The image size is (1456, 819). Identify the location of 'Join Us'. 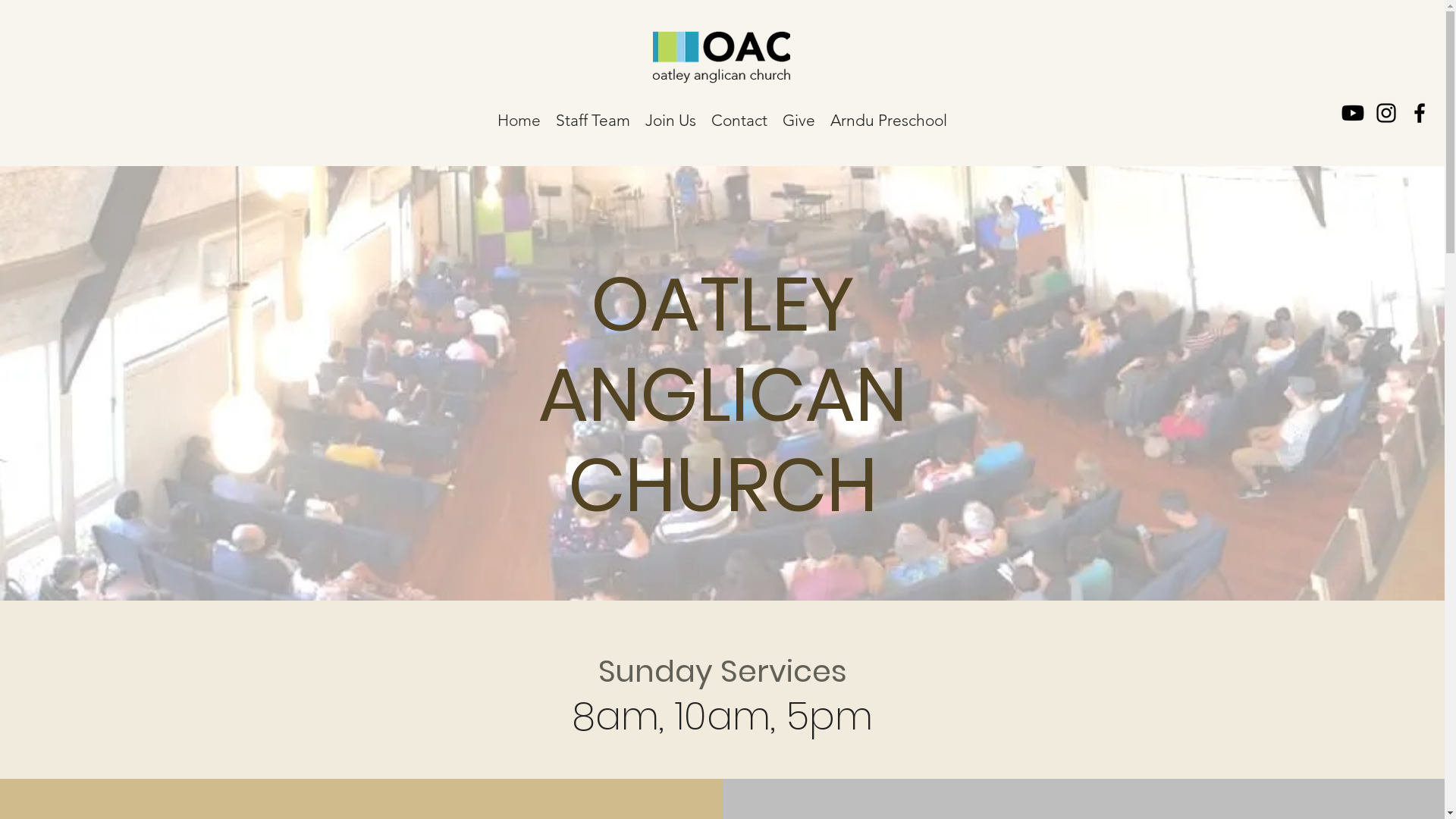
(670, 116).